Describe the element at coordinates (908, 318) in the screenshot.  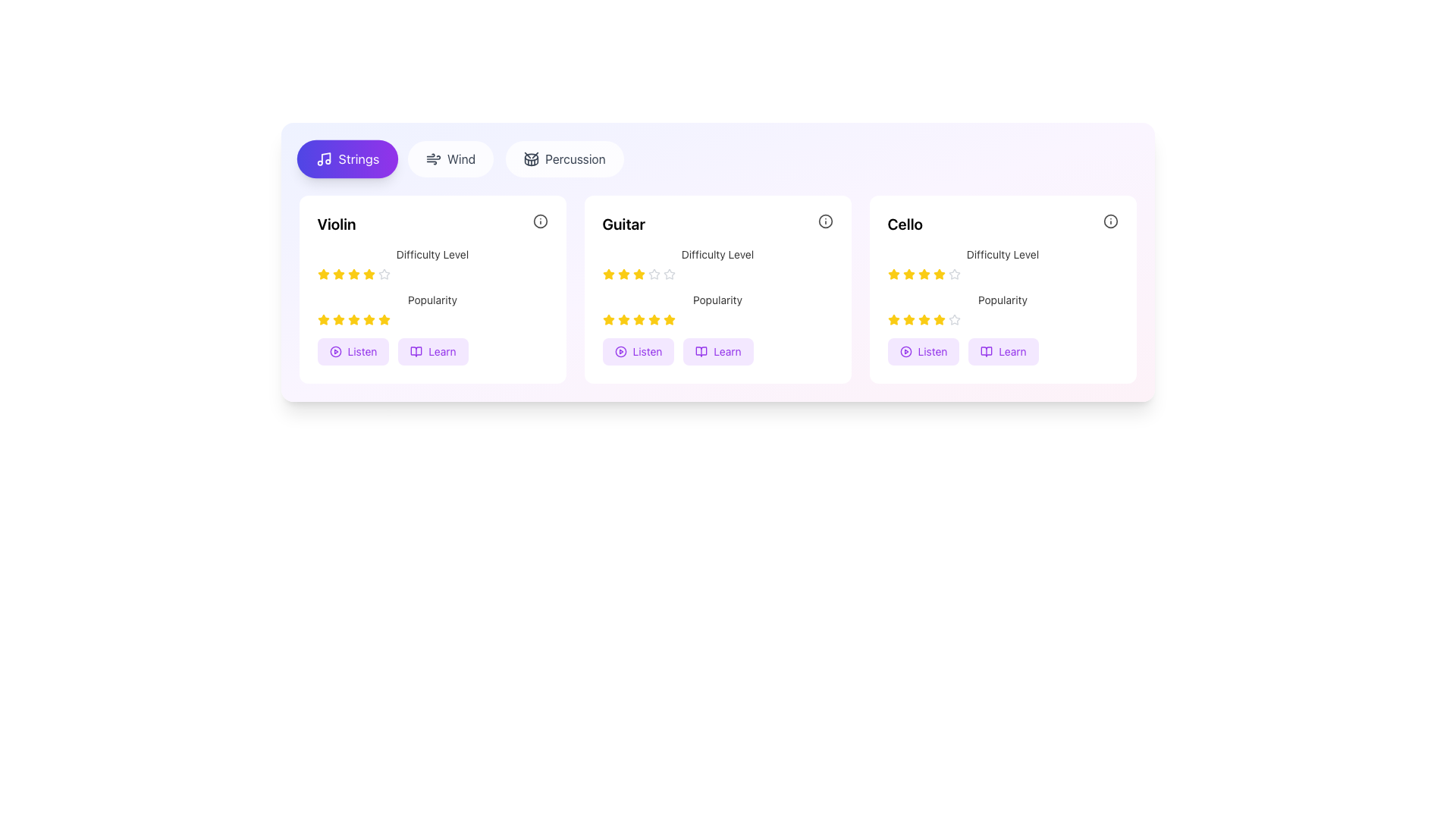
I see `the first star icon from the left in the second row of stars on the 'Cello' card` at that location.